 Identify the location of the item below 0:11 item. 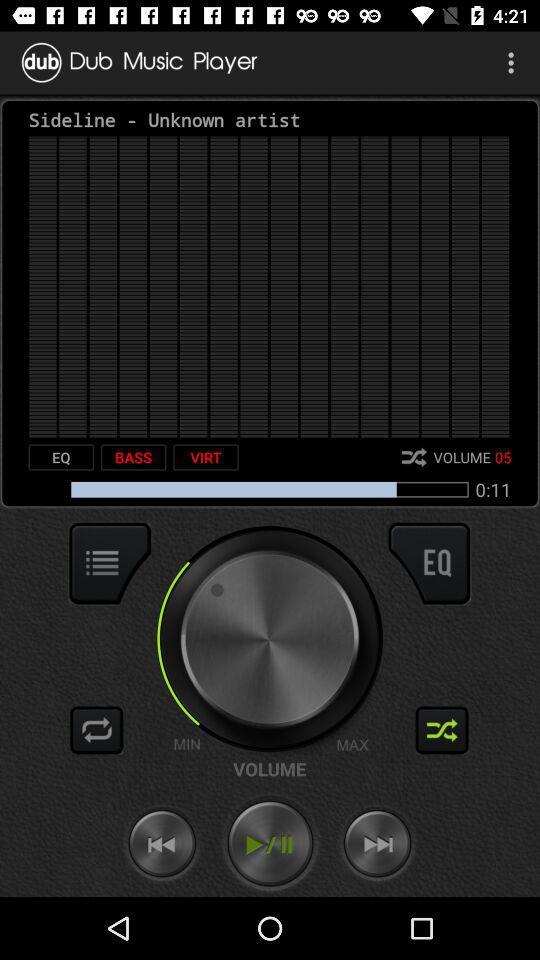
(428, 563).